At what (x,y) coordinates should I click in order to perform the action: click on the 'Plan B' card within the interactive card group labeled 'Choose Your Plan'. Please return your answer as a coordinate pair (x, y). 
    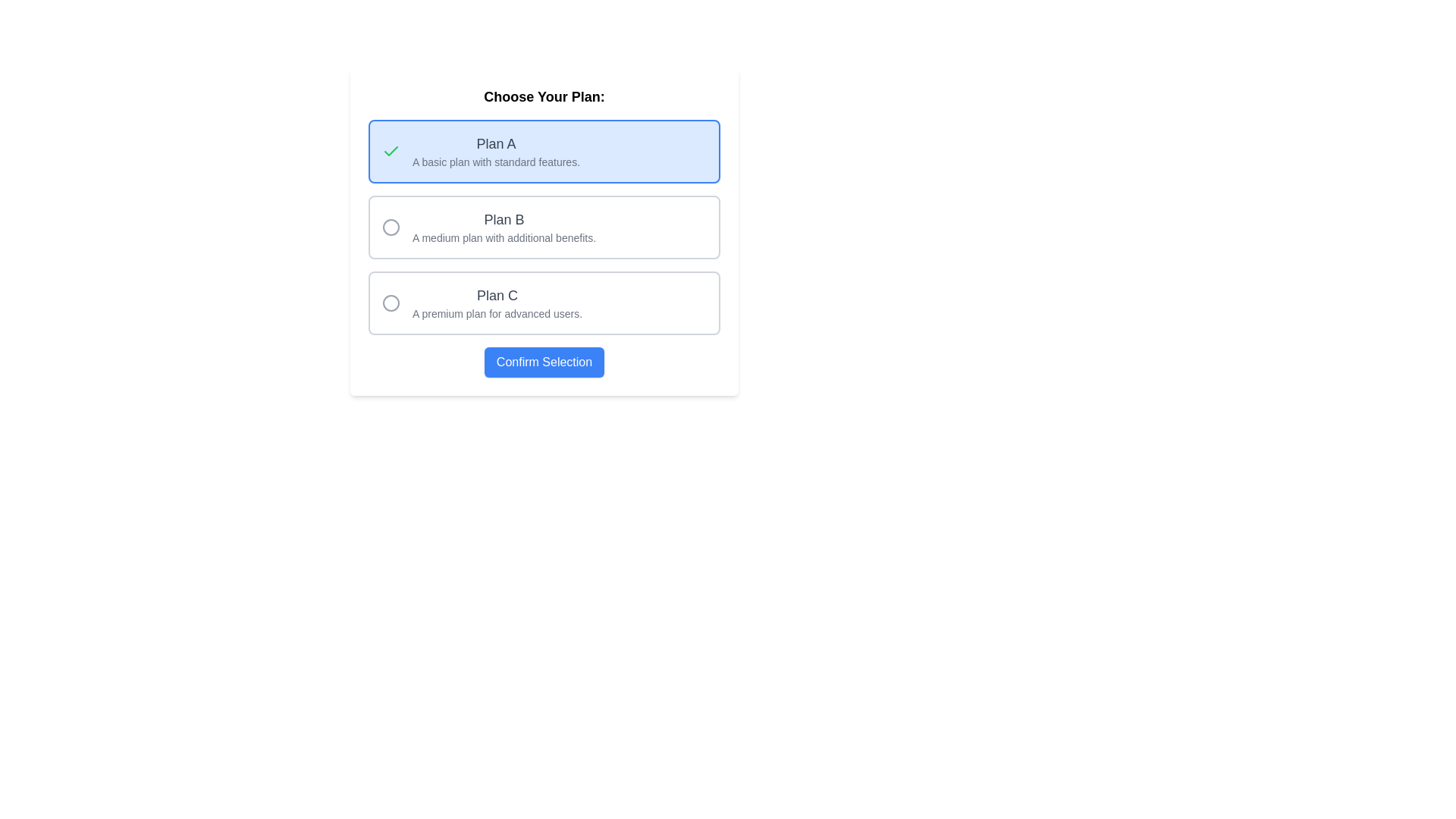
    Looking at the image, I should click on (544, 231).